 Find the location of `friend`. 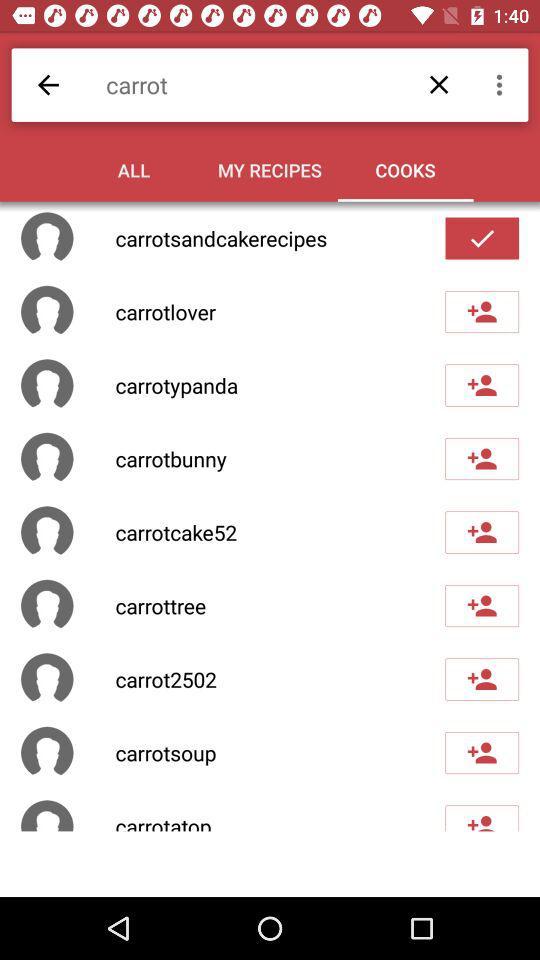

friend is located at coordinates (481, 752).